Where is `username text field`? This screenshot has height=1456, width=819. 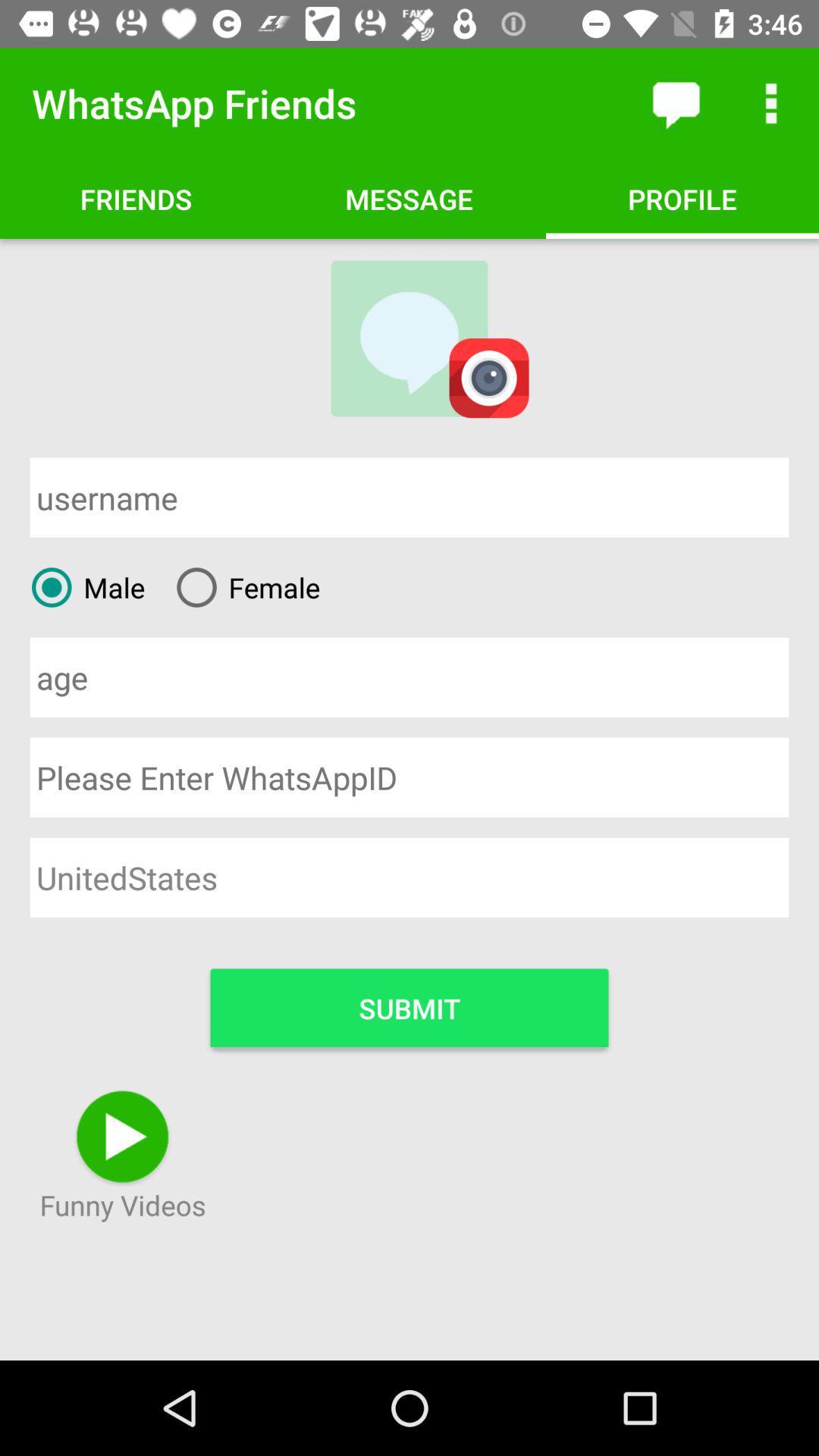 username text field is located at coordinates (409, 497).